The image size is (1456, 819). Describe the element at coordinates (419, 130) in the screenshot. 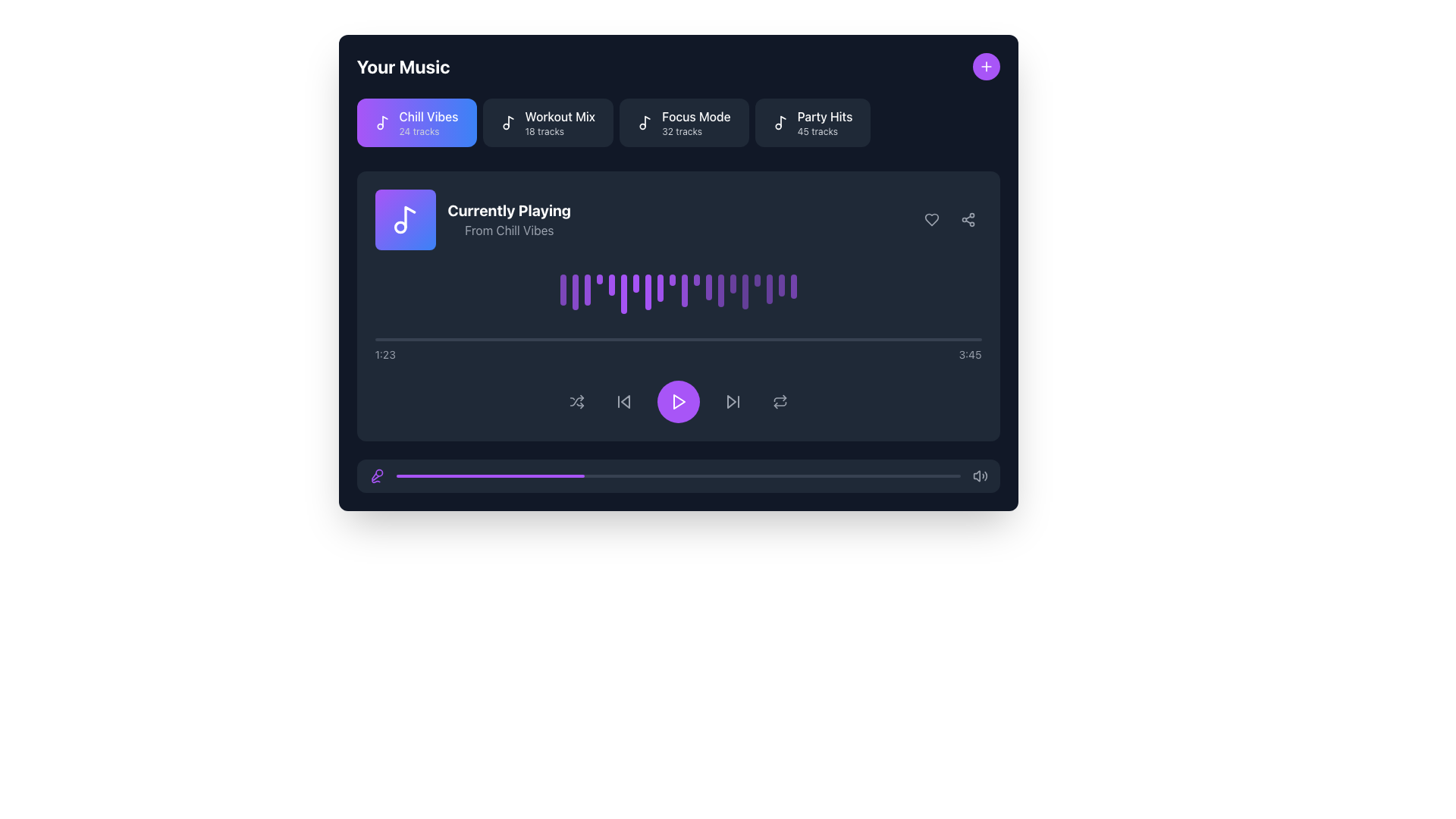

I see `the small textual label reading '24 tracks.' which is located below the 'Chill Vibes' text label within the purple button-like structure in the 'Your Music' section` at that location.